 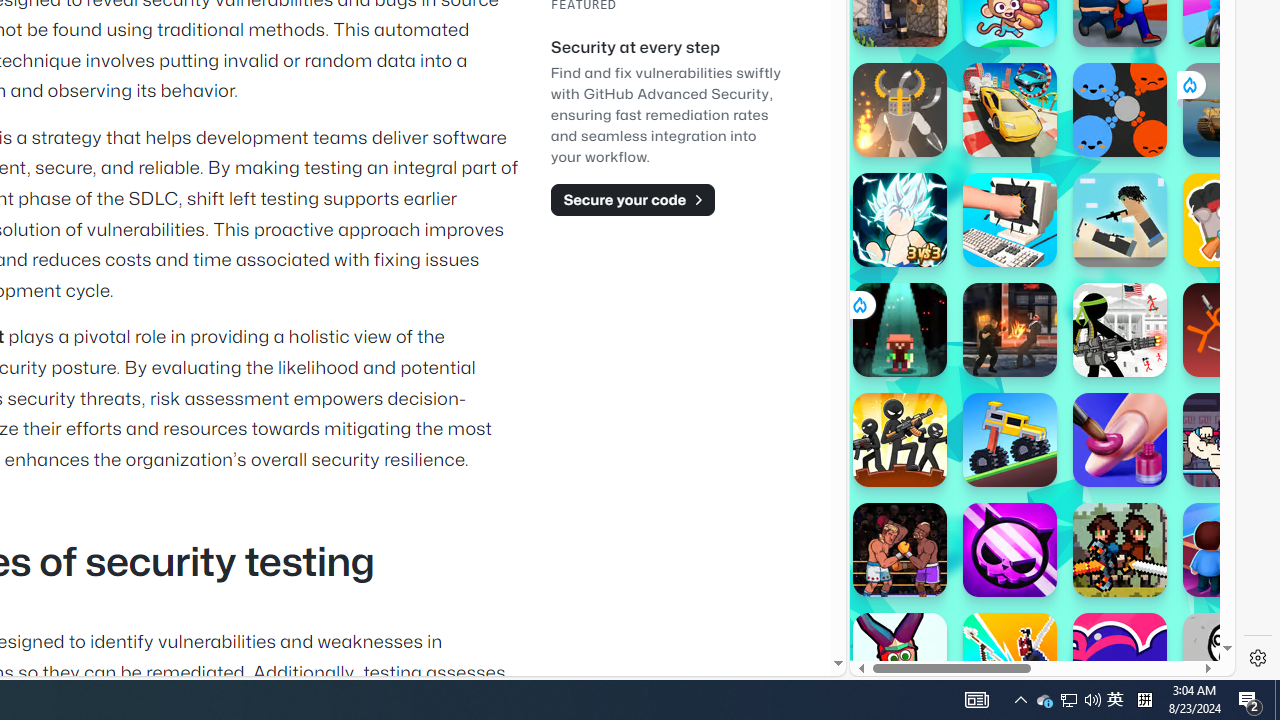 I want to click on 'Drive Mad Drive Mad', so click(x=1009, y=438).